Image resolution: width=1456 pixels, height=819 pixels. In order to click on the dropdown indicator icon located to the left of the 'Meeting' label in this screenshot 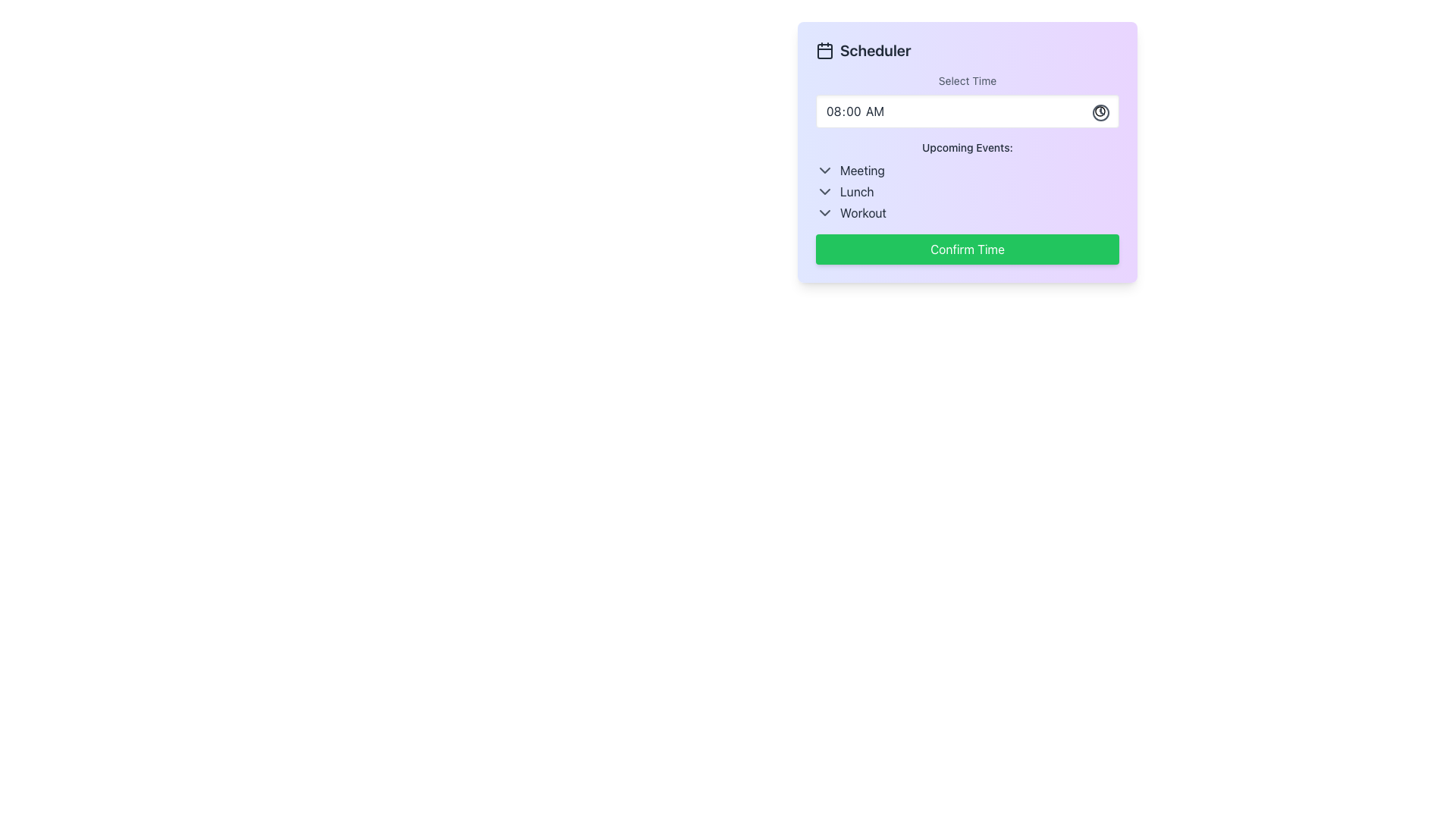, I will do `click(824, 170)`.